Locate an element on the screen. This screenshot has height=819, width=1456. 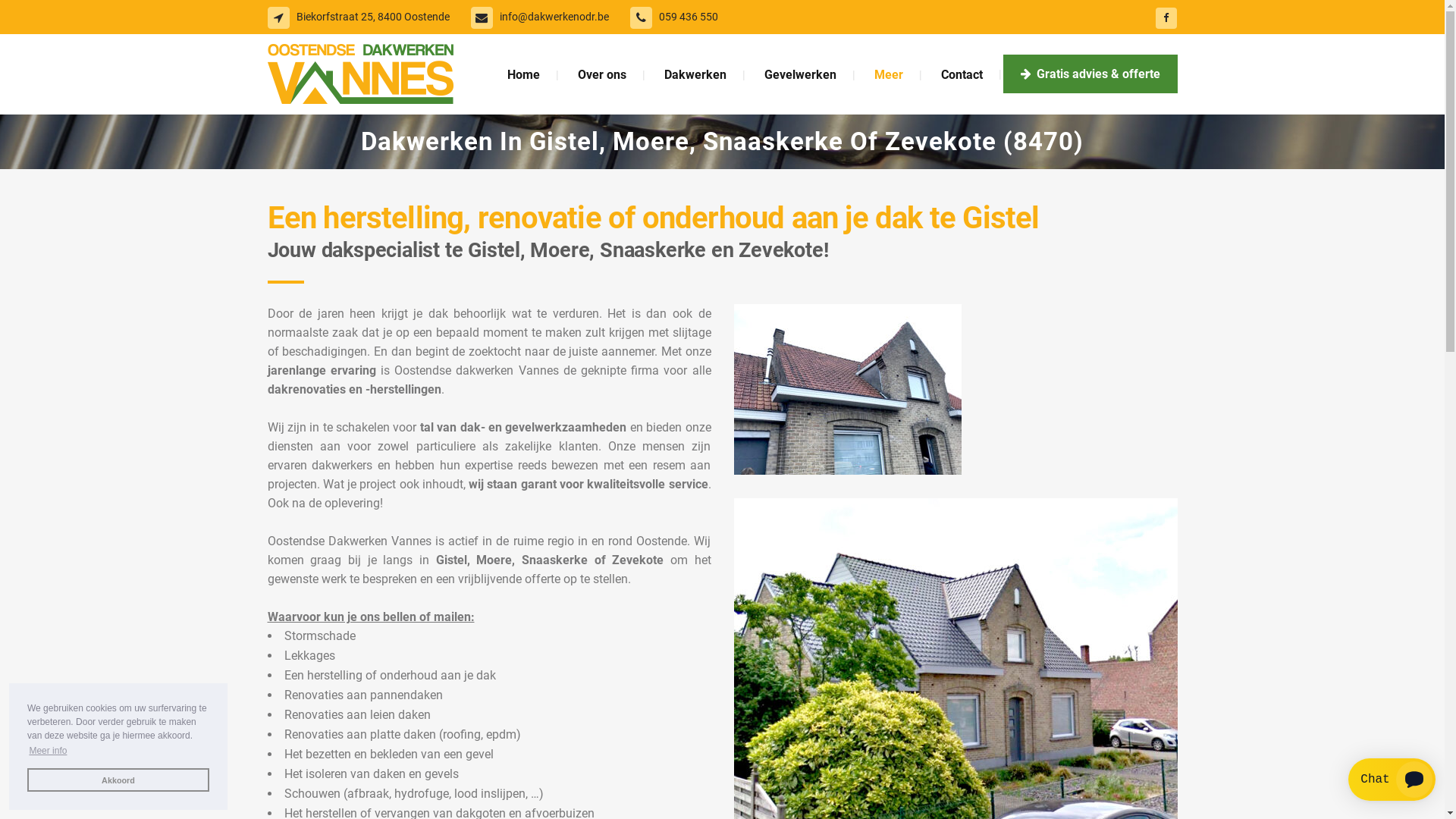
'Gratis advies & offerte' is located at coordinates (1002, 74).